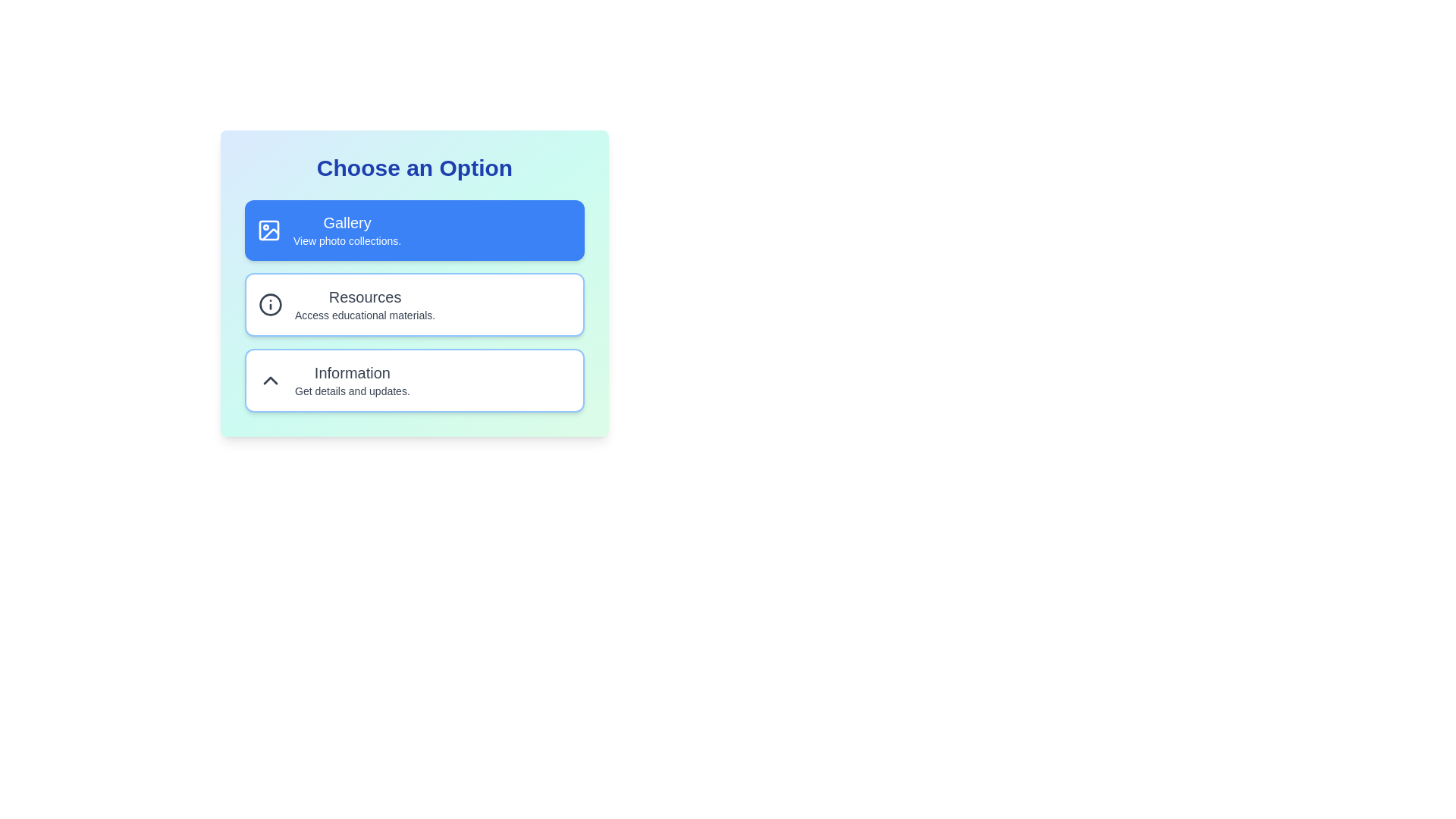  Describe the element at coordinates (270, 304) in the screenshot. I see `graphic icon located at the bottom left section of the interface card, which indicates information or help` at that location.